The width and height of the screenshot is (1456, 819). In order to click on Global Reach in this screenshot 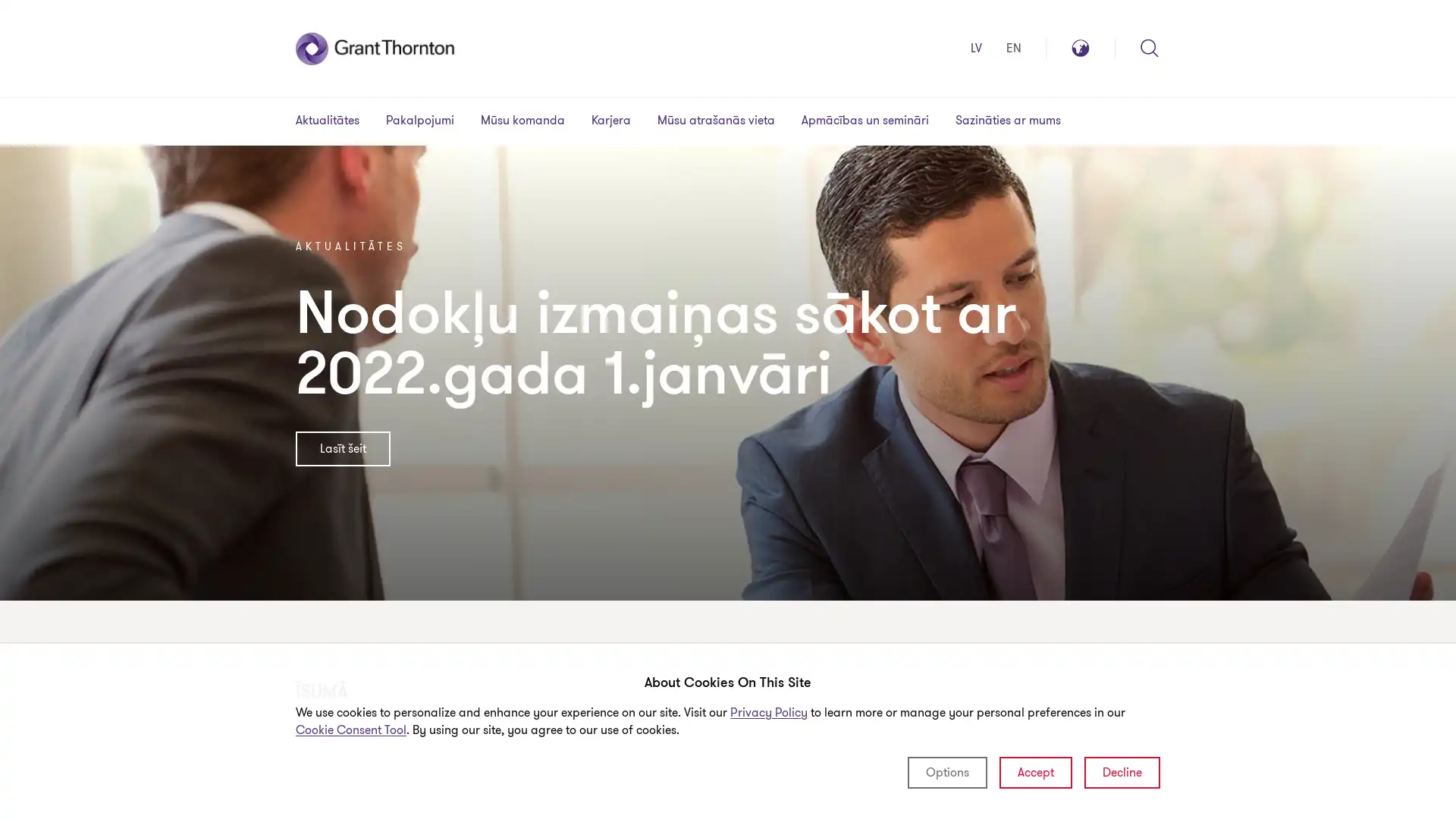, I will do `click(1080, 48)`.